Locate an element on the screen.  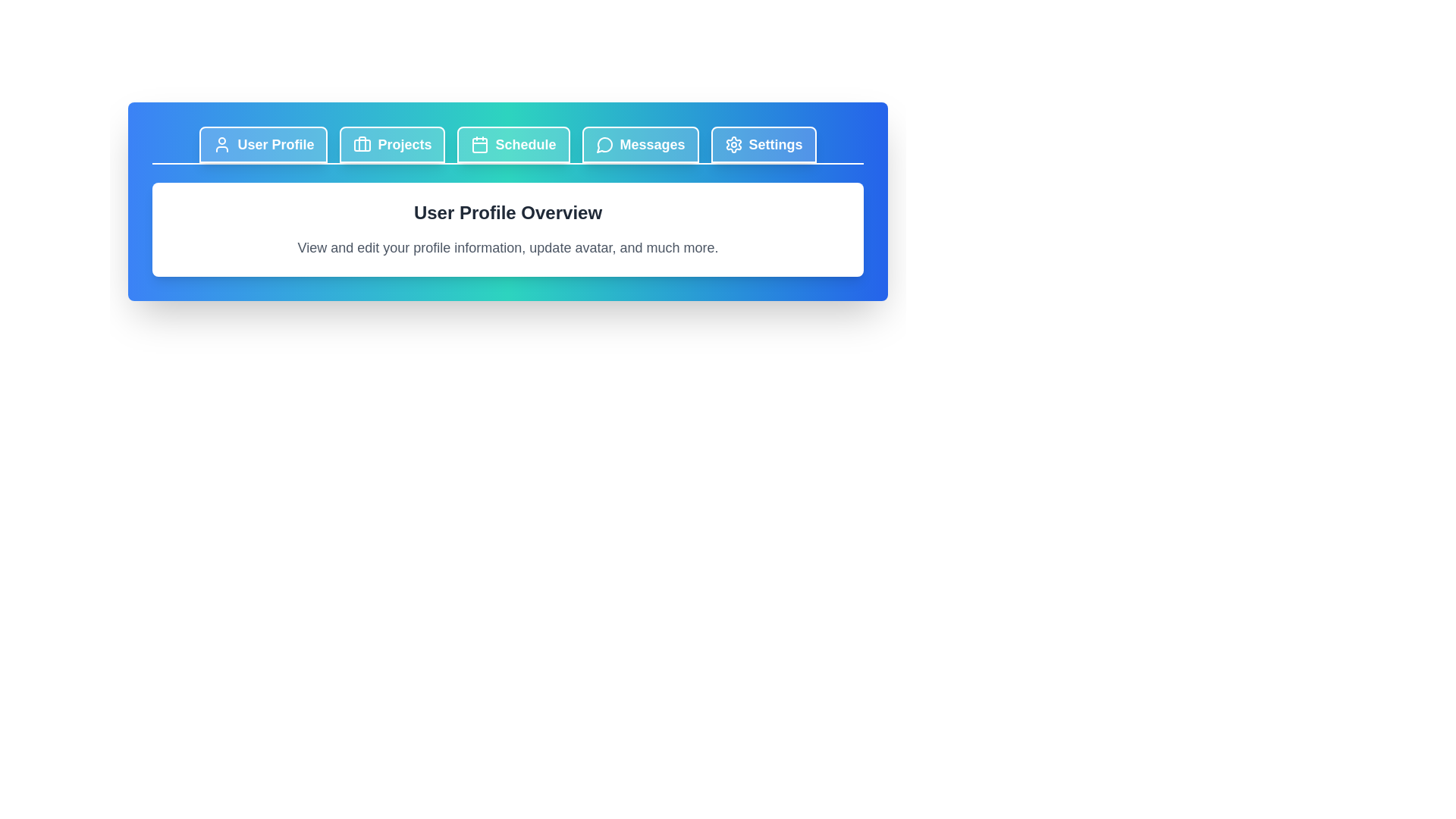
the left vertical line segment of the briefcase icon graphic in the second tab labeled 'Projects' in the top menu bar is located at coordinates (362, 143).